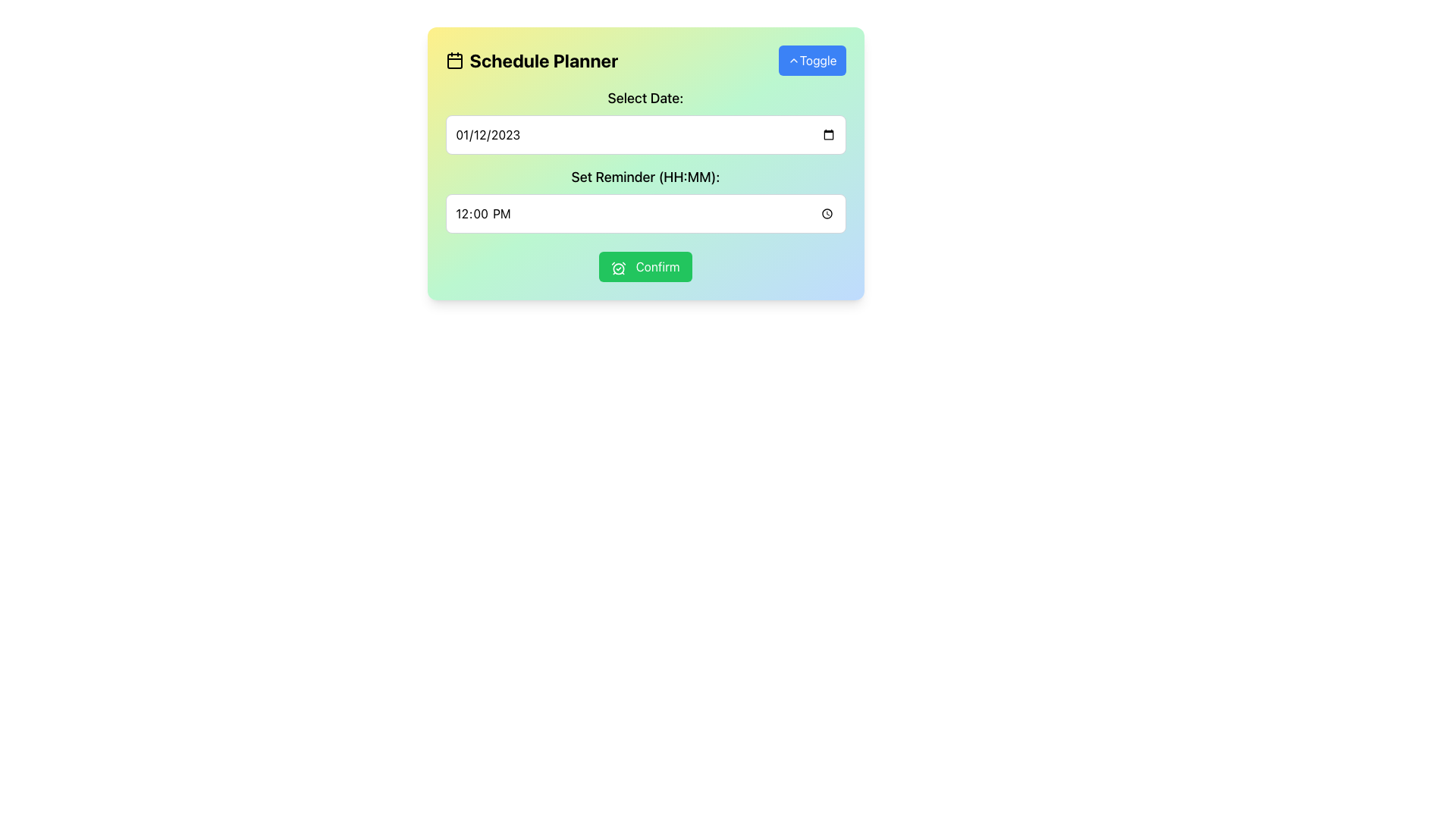 The height and width of the screenshot is (819, 1456). What do you see at coordinates (811, 60) in the screenshot?
I see `the 'Toggle' button with a blue background and white text located at the top-right corner of the 'Schedule Planner' section` at bounding box center [811, 60].